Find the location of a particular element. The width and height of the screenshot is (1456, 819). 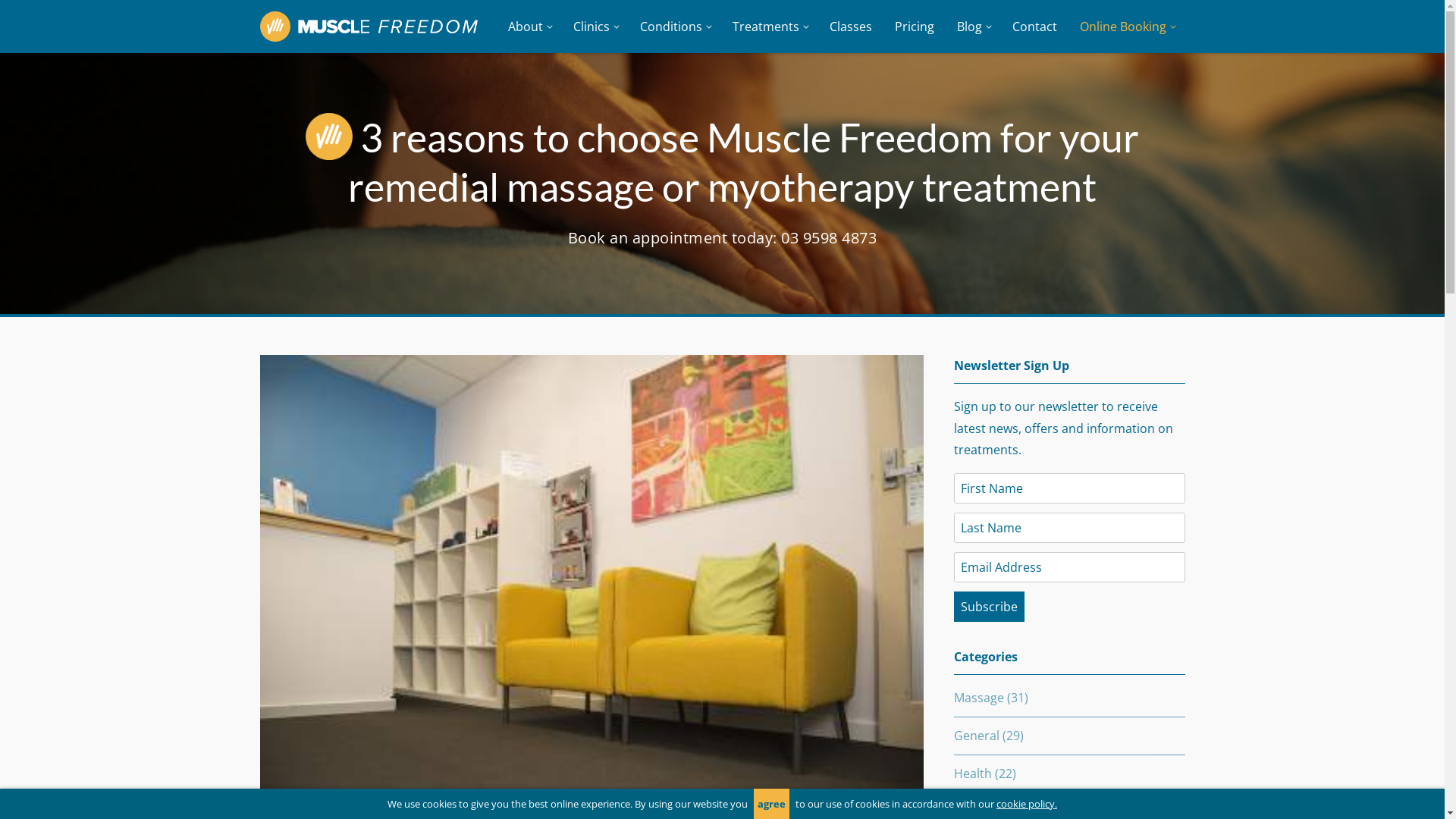

'Health' is located at coordinates (972, 773).